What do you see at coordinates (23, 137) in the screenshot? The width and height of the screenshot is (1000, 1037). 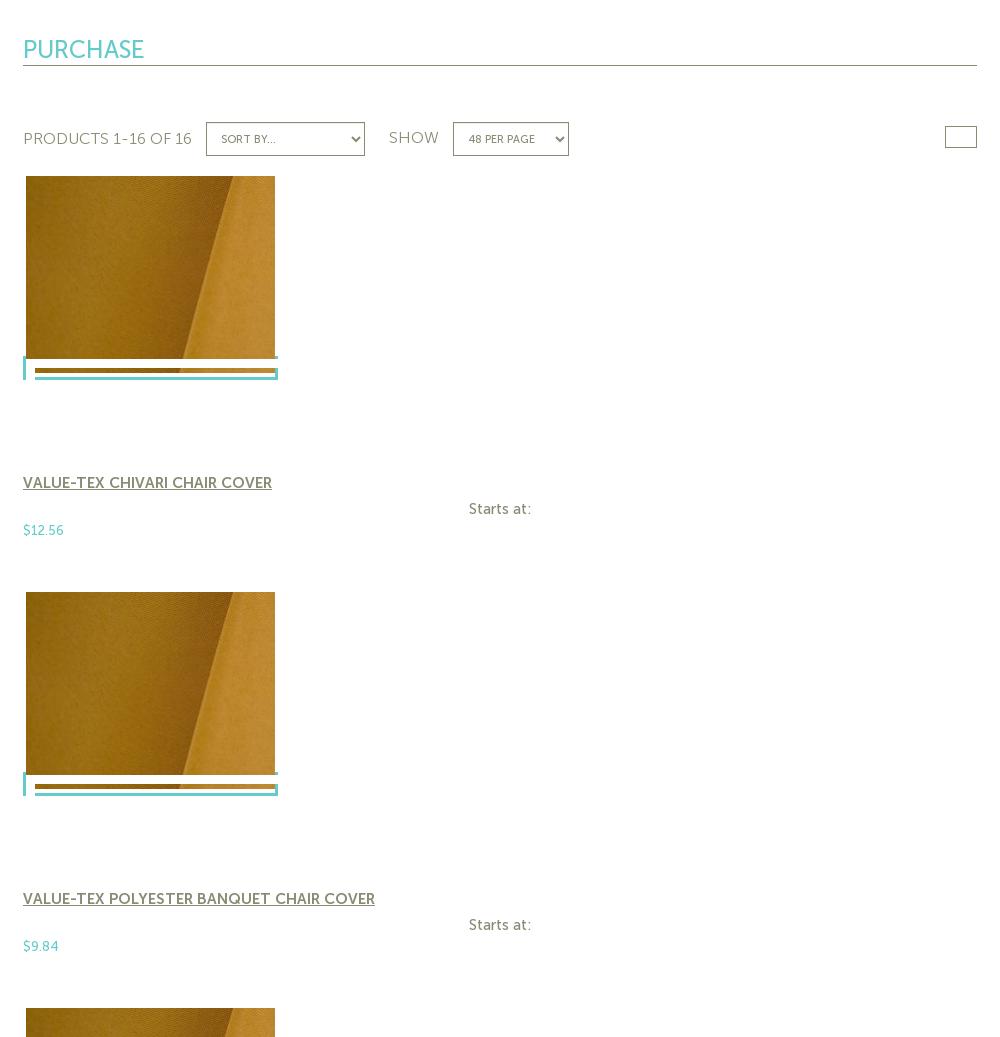 I see `'Products'` at bounding box center [23, 137].